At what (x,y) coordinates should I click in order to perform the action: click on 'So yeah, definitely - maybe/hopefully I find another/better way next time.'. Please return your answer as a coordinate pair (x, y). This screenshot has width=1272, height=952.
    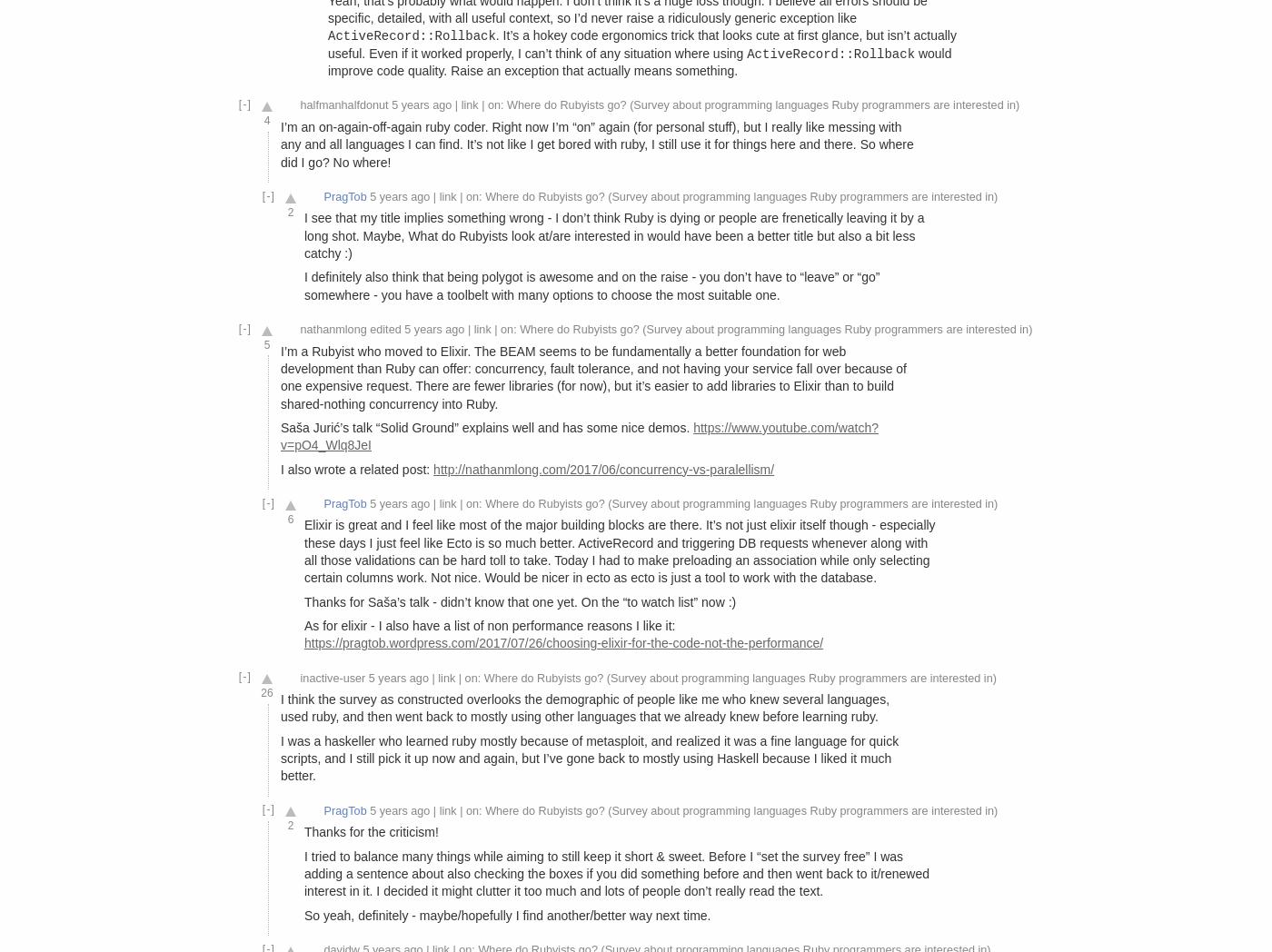
    Looking at the image, I should click on (507, 915).